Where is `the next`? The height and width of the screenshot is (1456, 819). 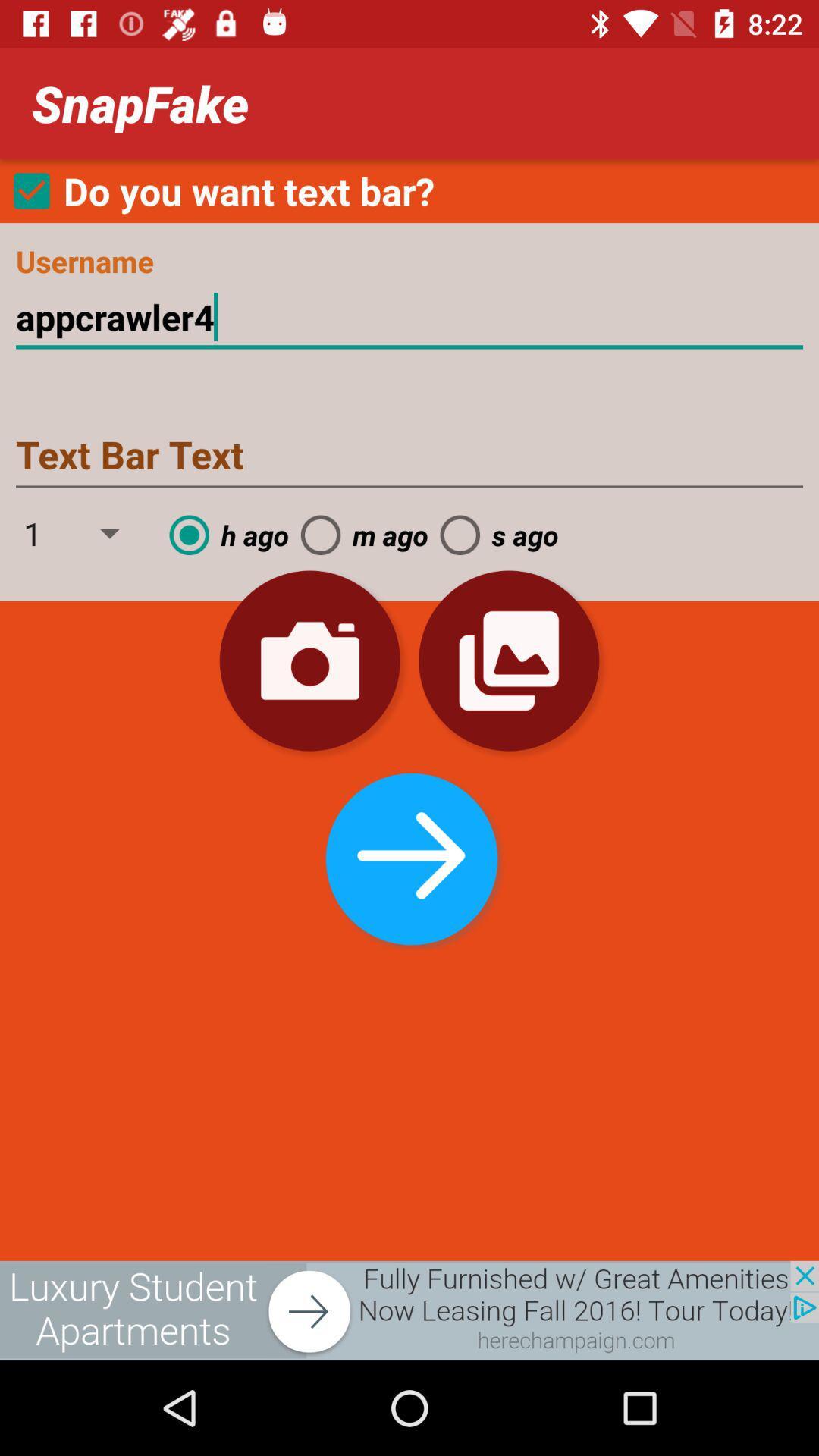 the next is located at coordinates (408, 855).